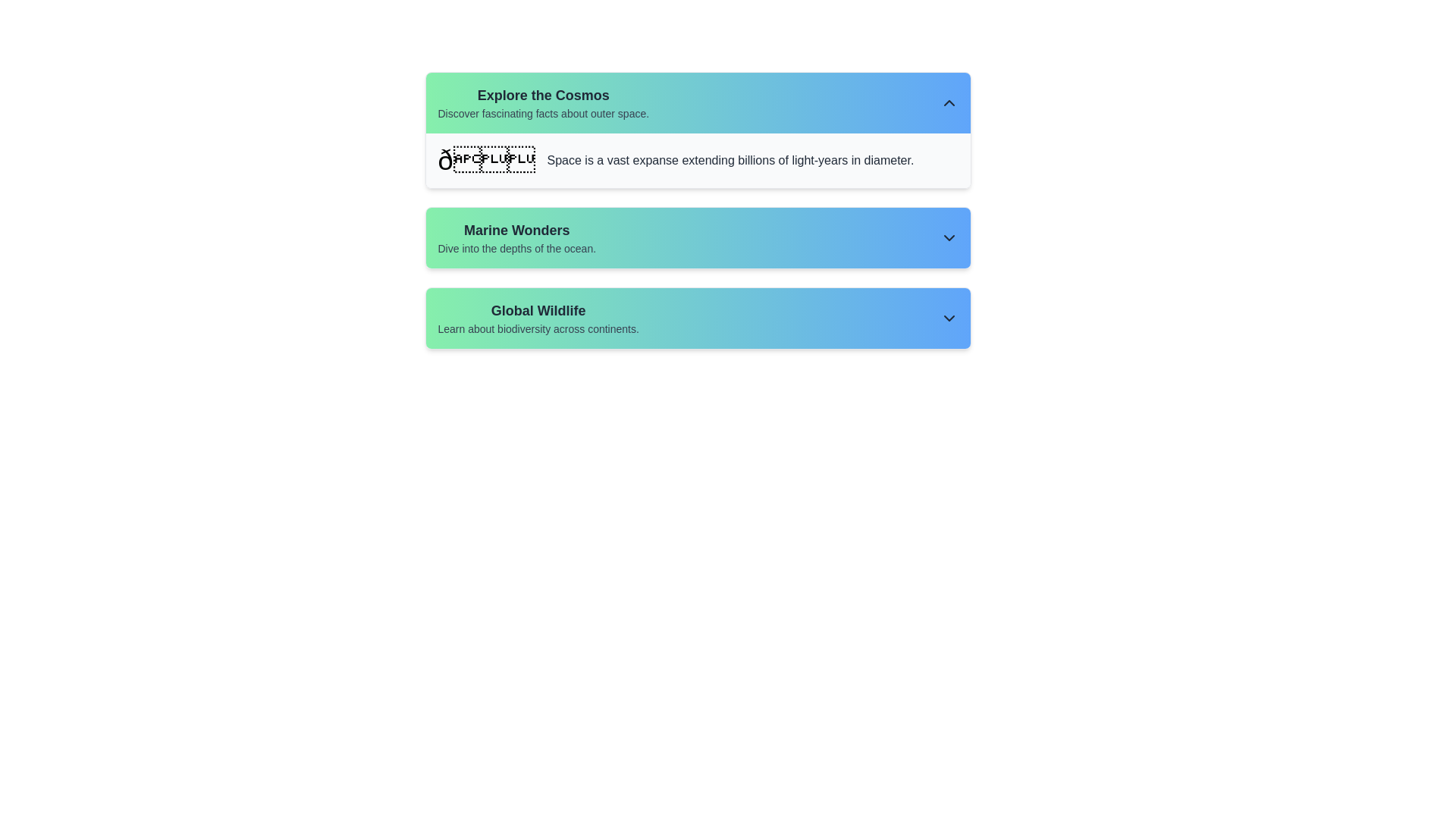 This screenshot has width=1456, height=819. I want to click on the 'Marine Wonders' text label, which is a bold and large dark gray font element centrally located in its section, so click(516, 231).